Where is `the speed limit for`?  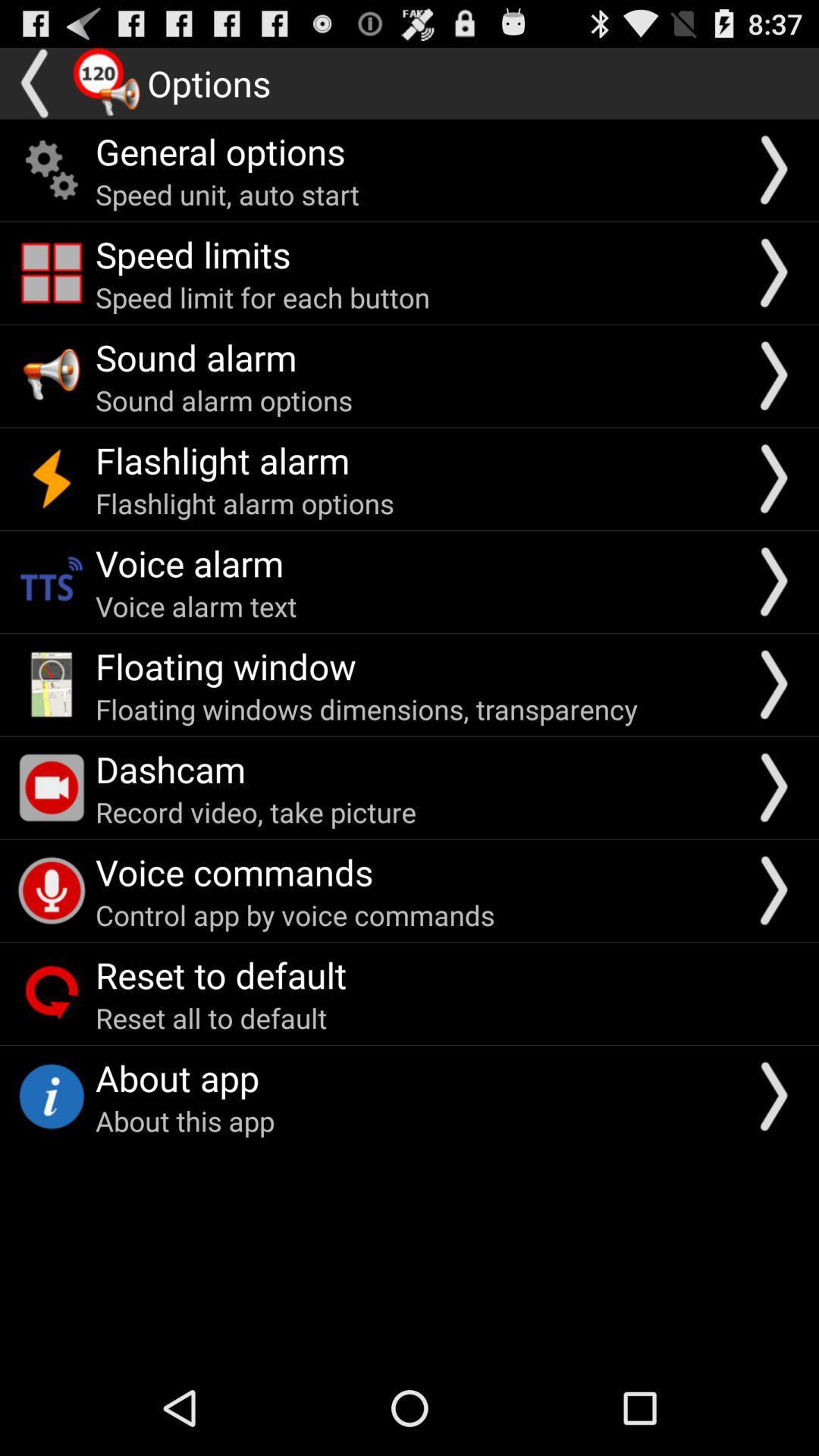 the speed limit for is located at coordinates (262, 297).